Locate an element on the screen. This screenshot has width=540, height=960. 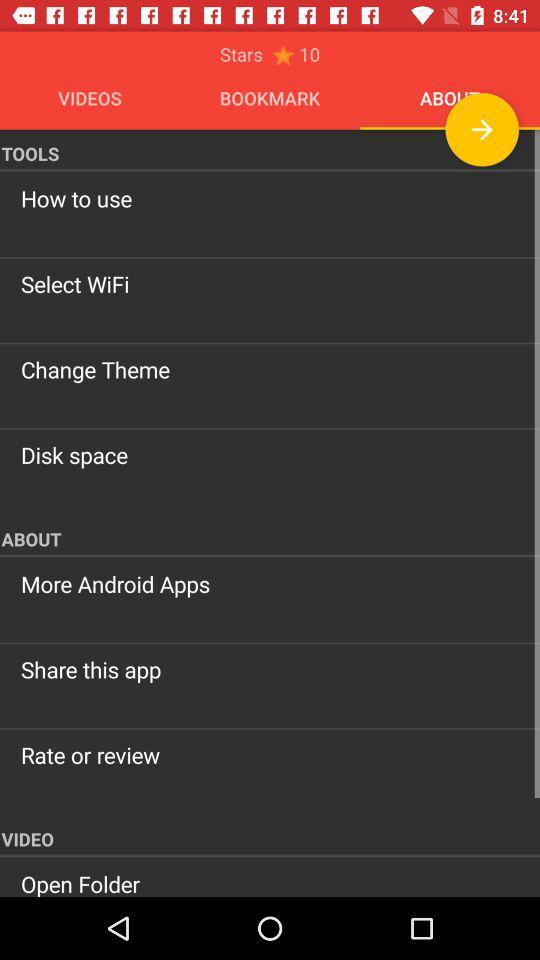
video item is located at coordinates (270, 836).